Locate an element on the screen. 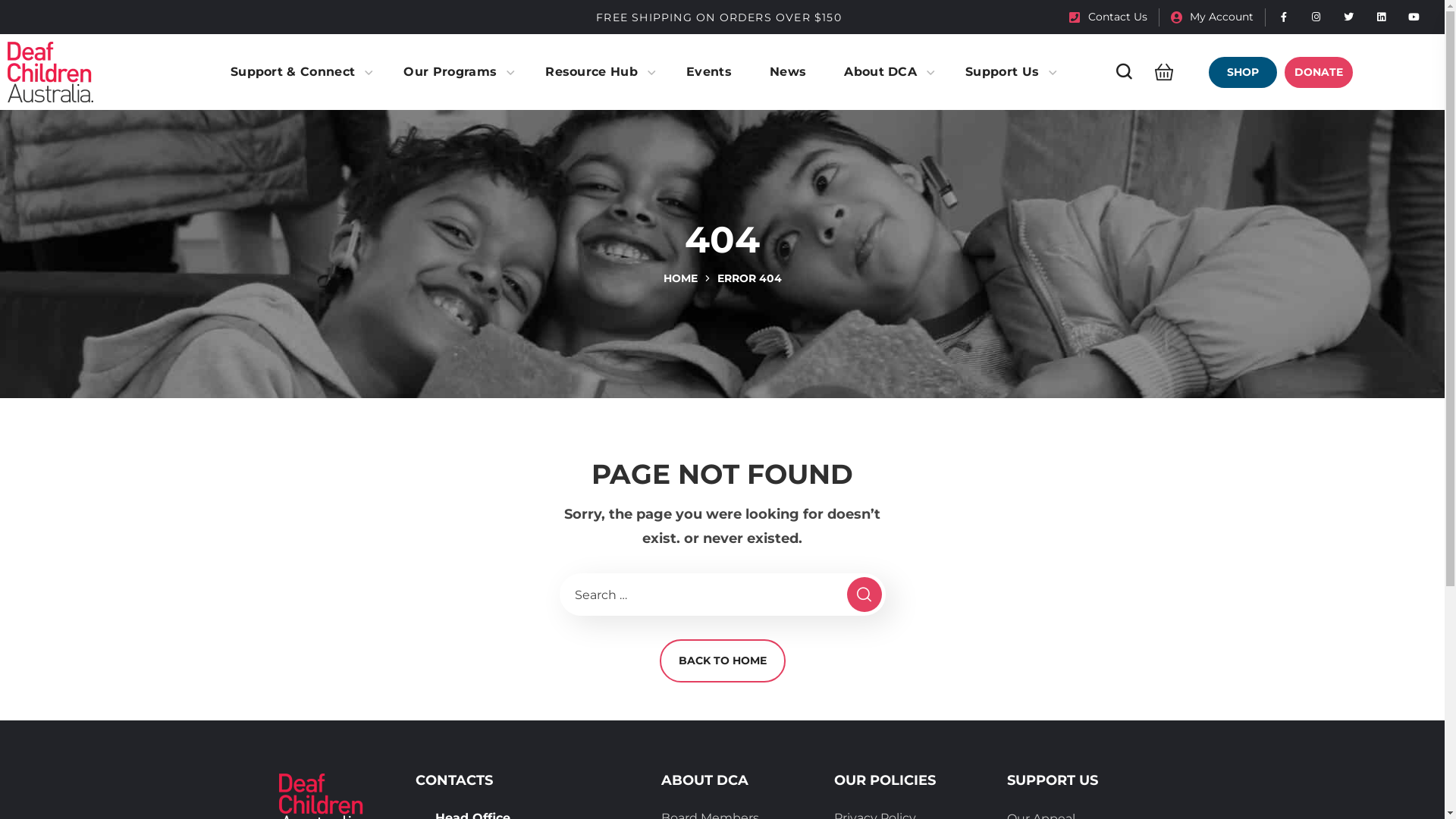 The image size is (1456, 819). 'Click to open Shopping Cart' is located at coordinates (1159, 71).